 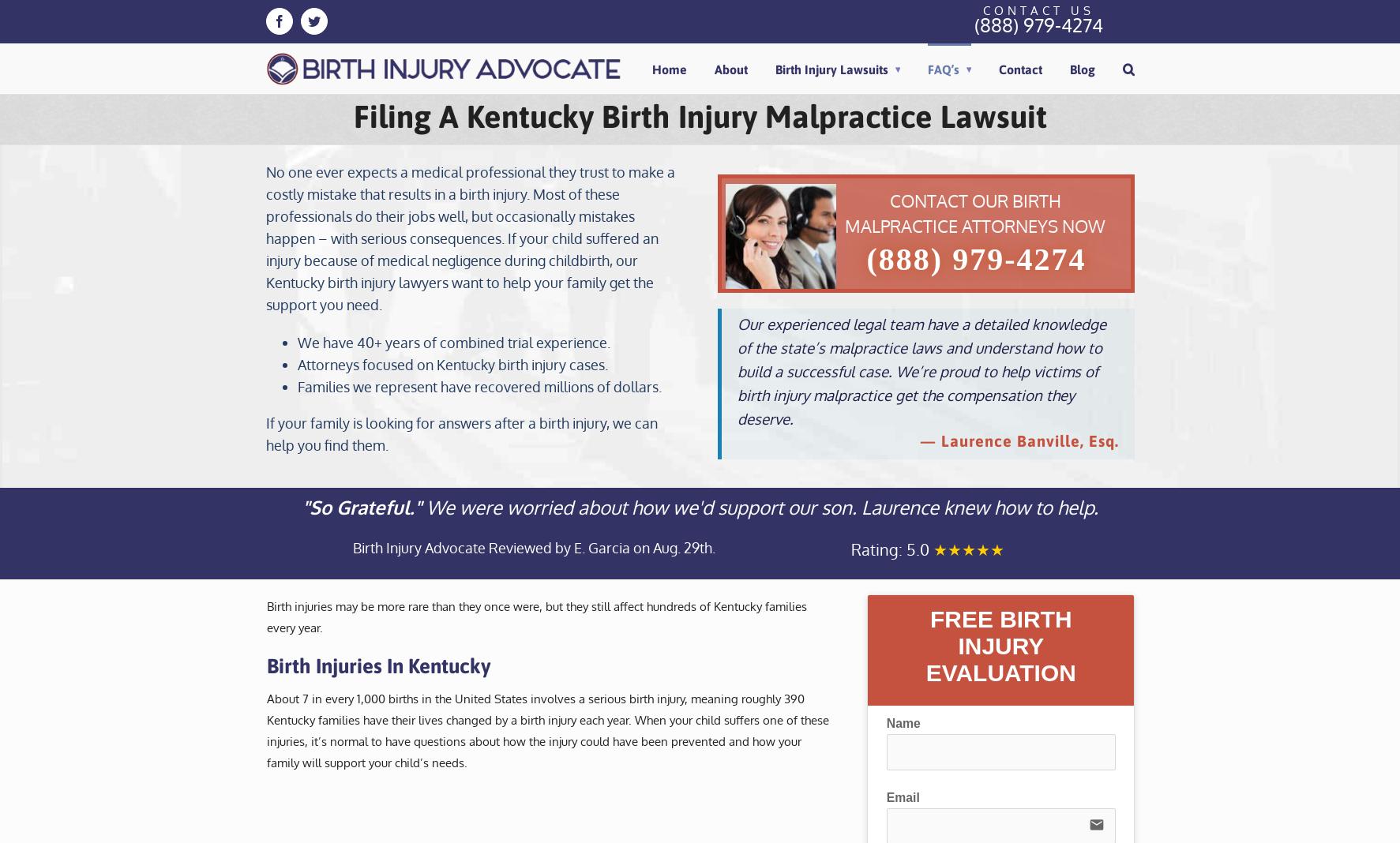 What do you see at coordinates (681, 547) in the screenshot?
I see `'Aug. 29th'` at bounding box center [681, 547].